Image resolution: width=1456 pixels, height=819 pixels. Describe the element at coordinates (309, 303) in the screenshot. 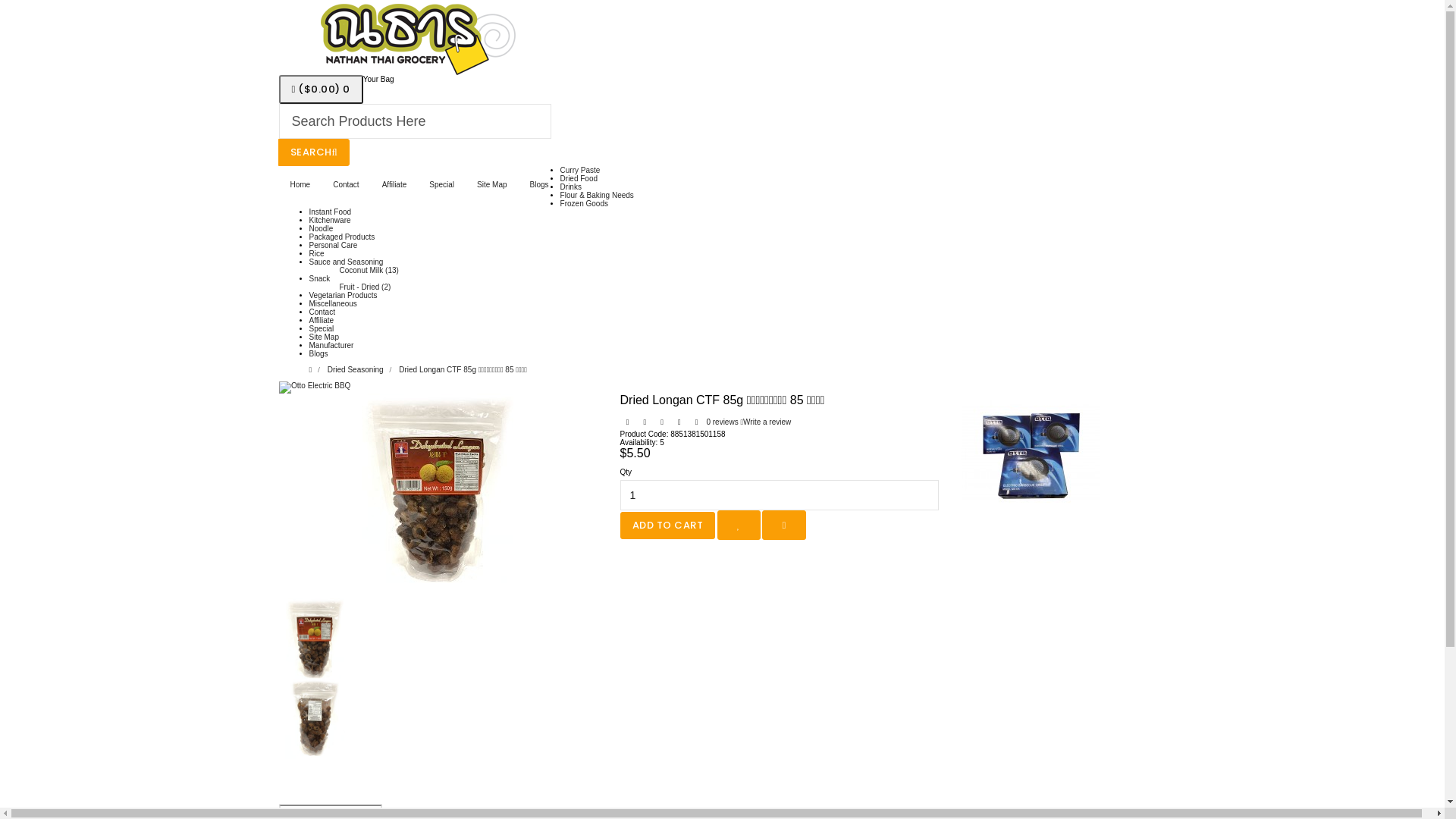

I see `'Miscellaneous'` at that location.